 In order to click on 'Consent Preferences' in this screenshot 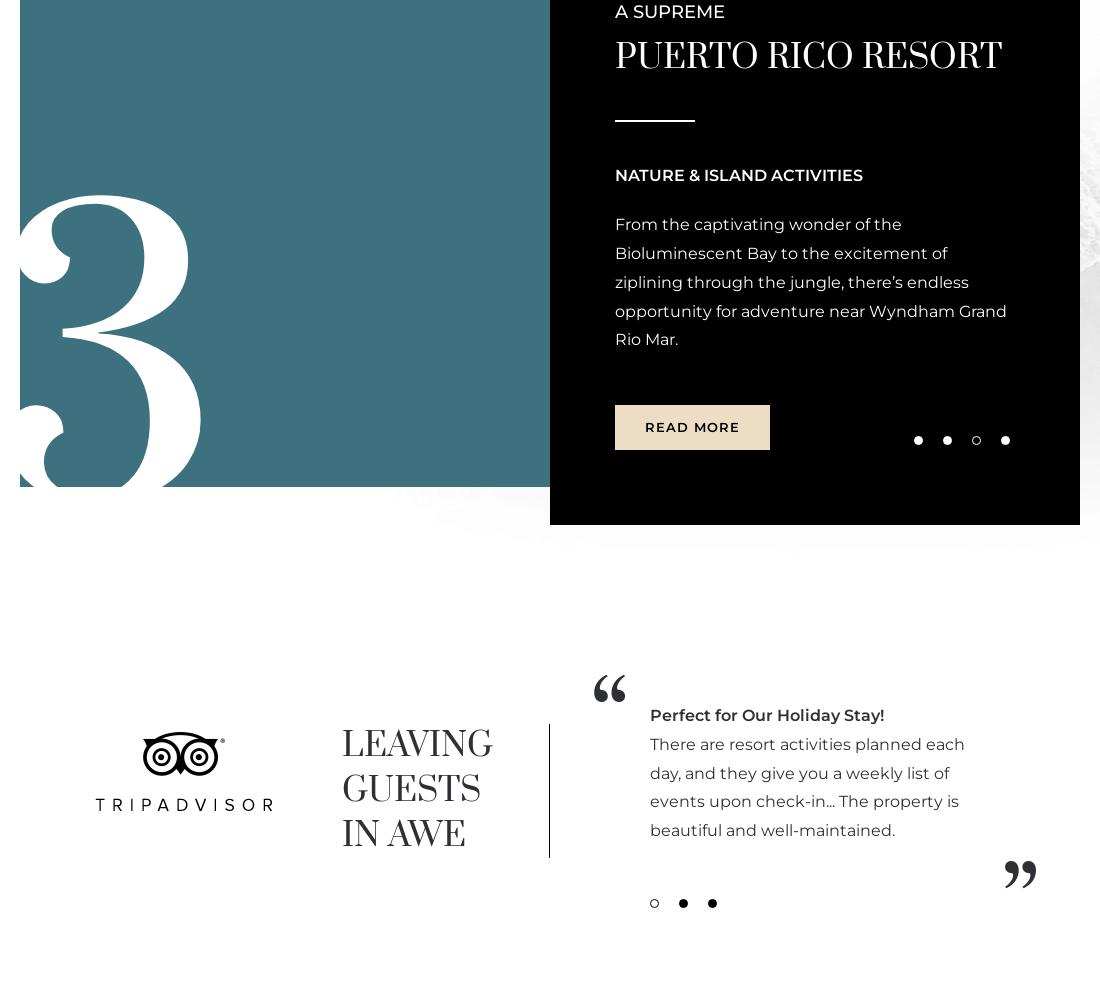, I will do `click(649, 361)`.